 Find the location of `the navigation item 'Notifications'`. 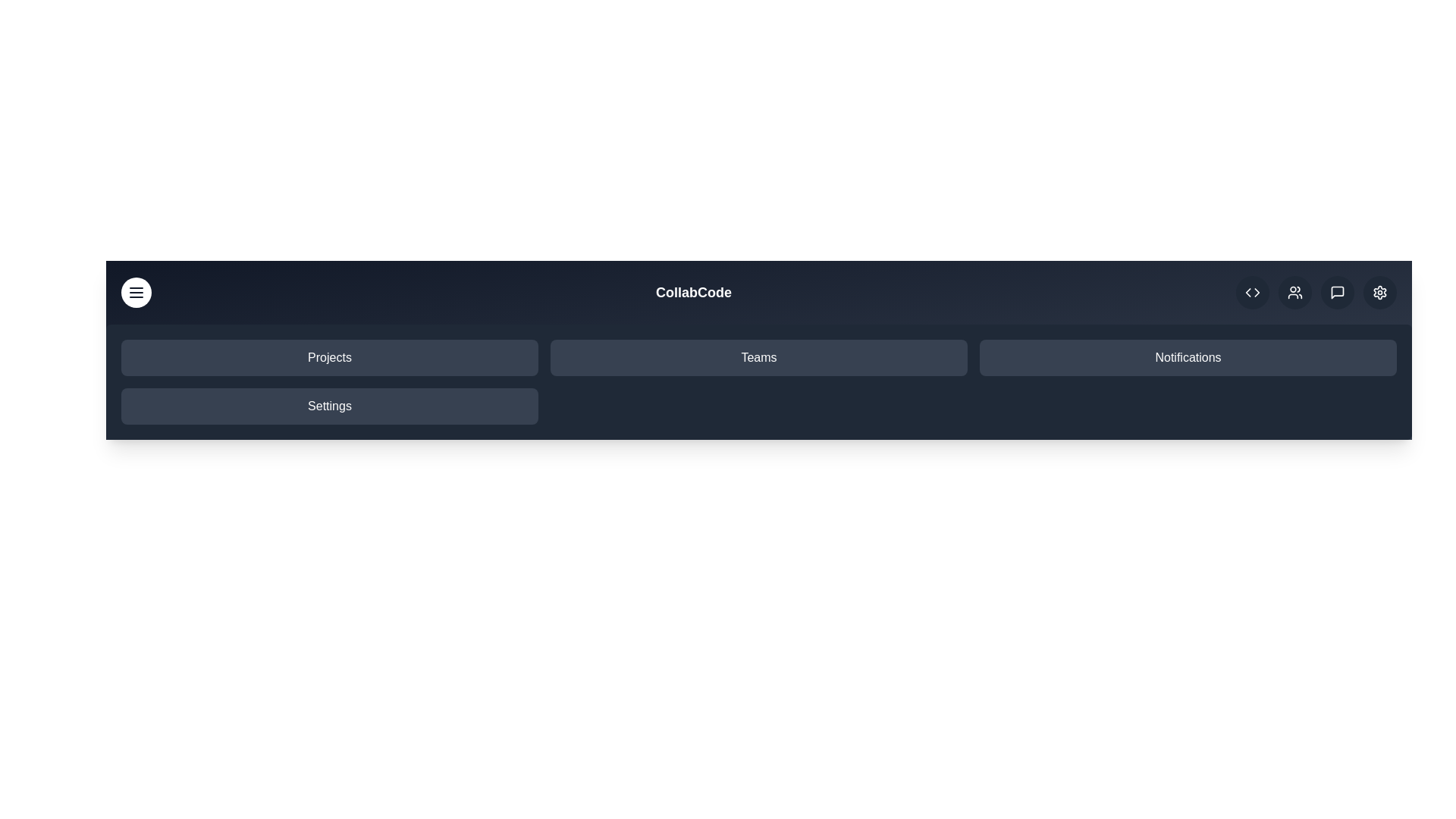

the navigation item 'Notifications' is located at coordinates (1187, 357).